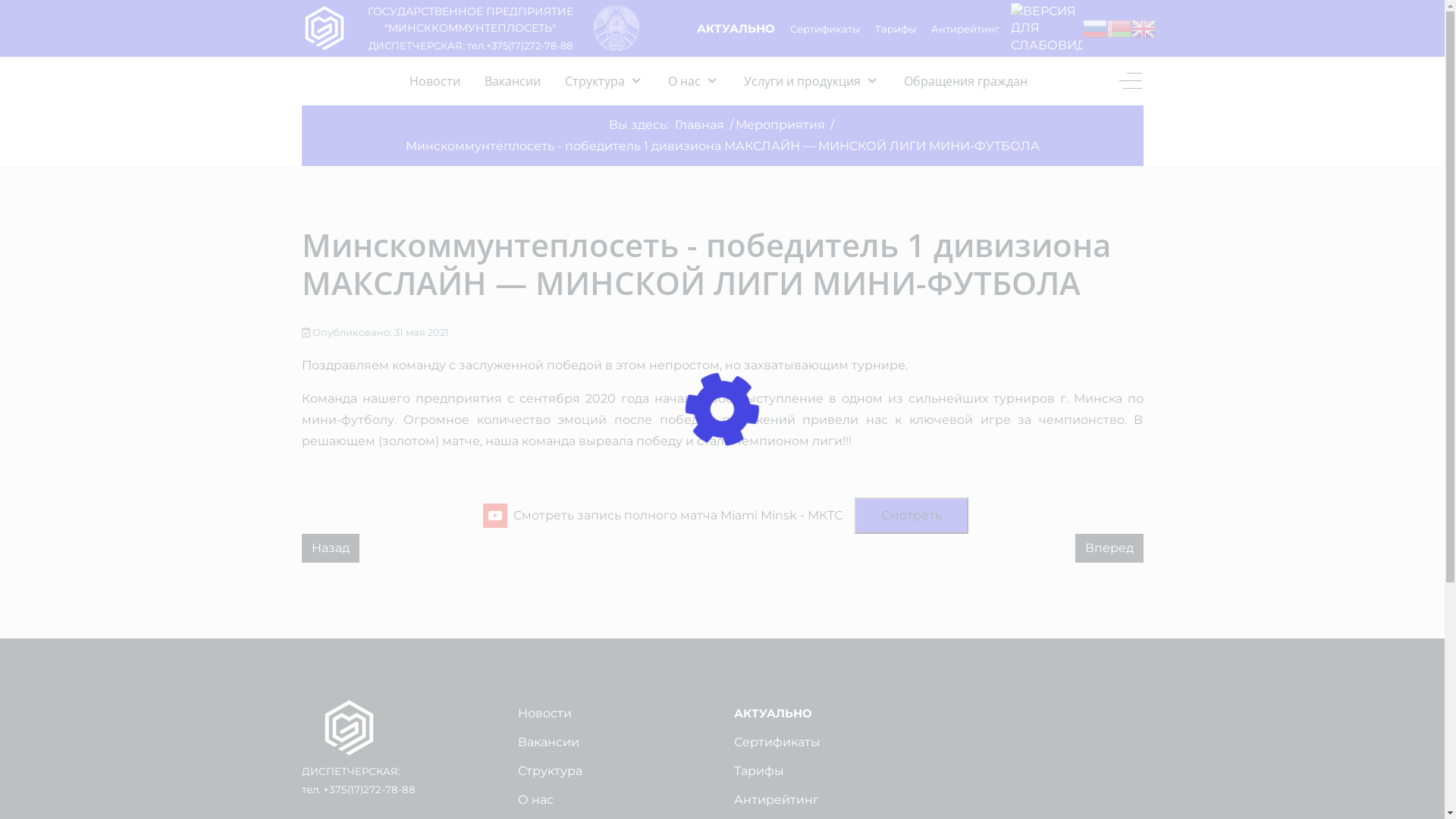 The width and height of the screenshot is (1456, 819). Describe the element at coordinates (1119, 27) in the screenshot. I see `'Belarusian'` at that location.